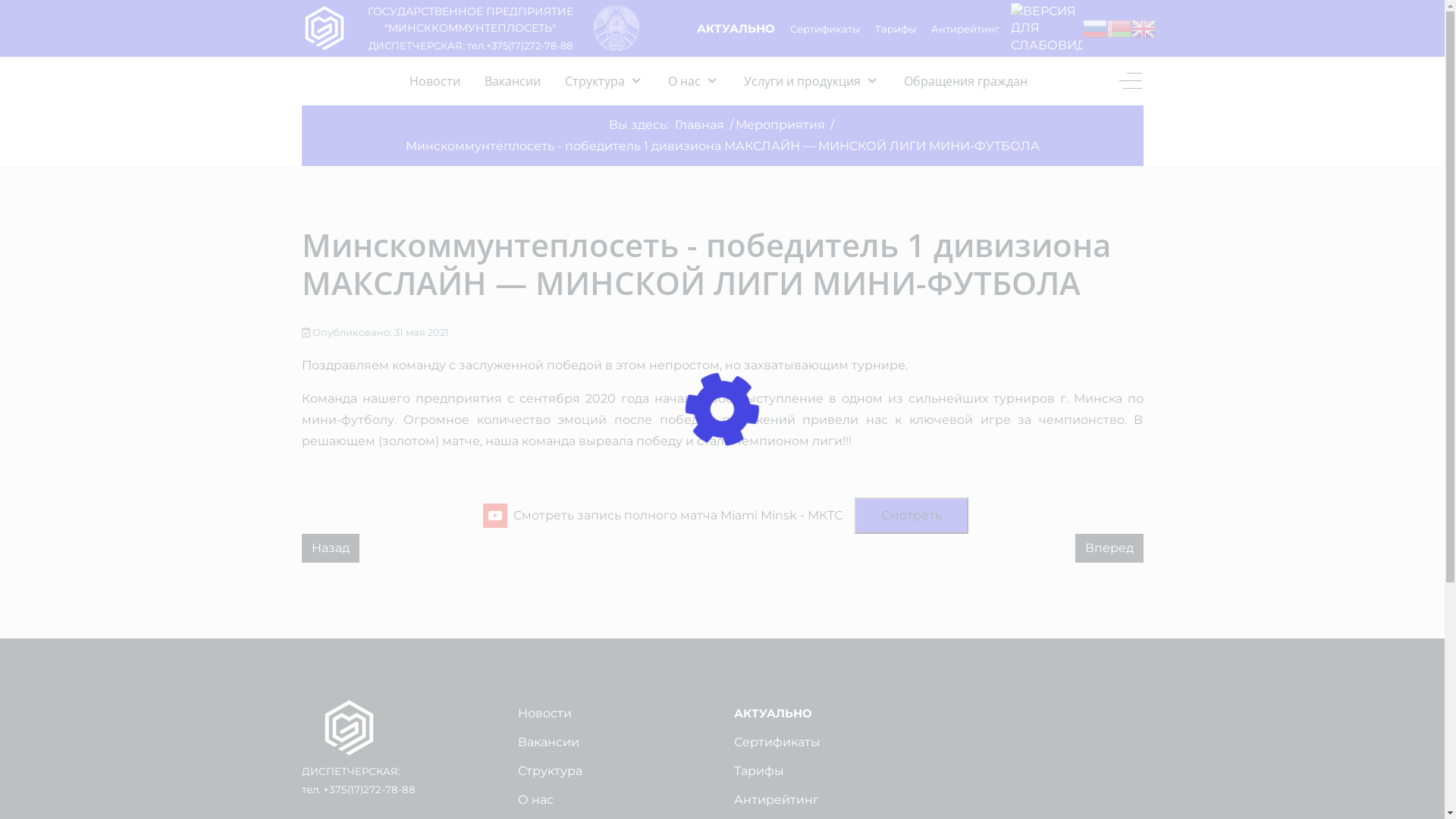 The width and height of the screenshot is (1456, 819). Describe the element at coordinates (1119, 27) in the screenshot. I see `'Belarusian'` at that location.